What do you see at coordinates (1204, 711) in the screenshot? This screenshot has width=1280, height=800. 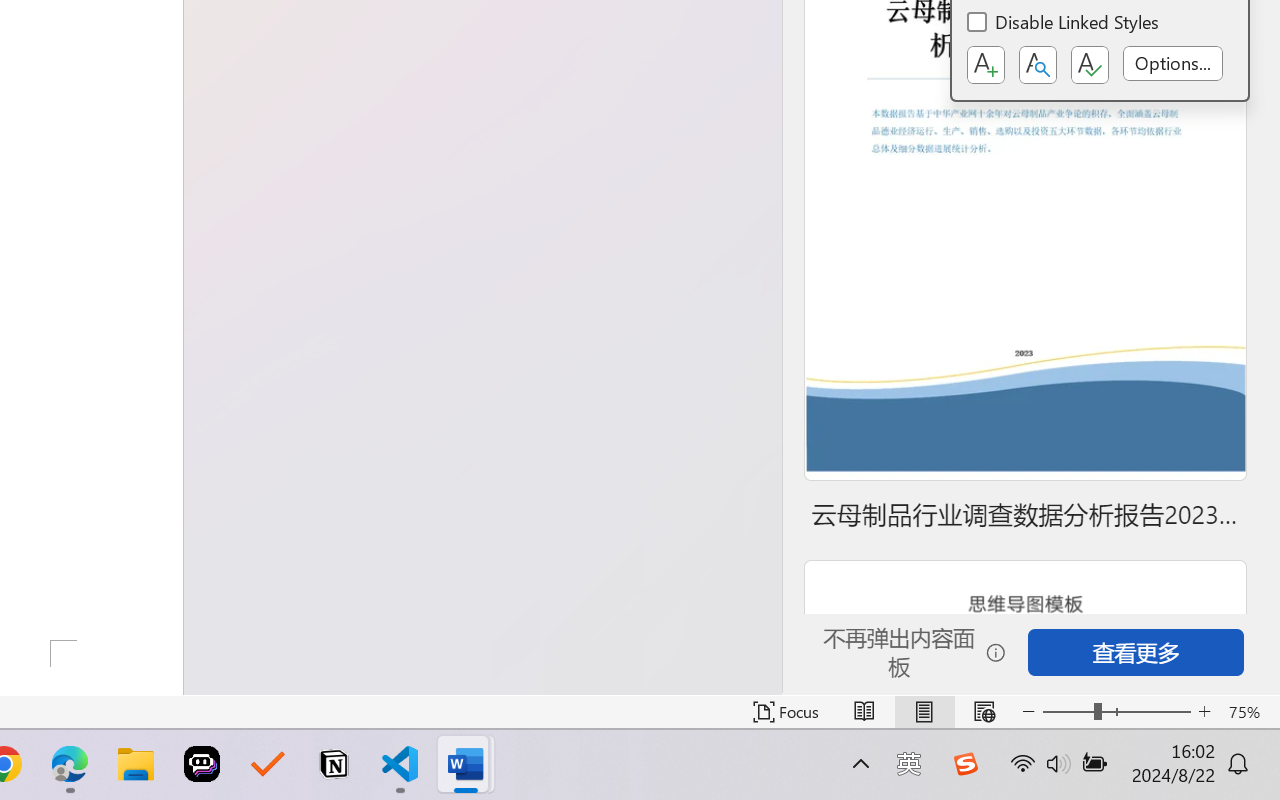 I see `'Zoom In'` at bounding box center [1204, 711].